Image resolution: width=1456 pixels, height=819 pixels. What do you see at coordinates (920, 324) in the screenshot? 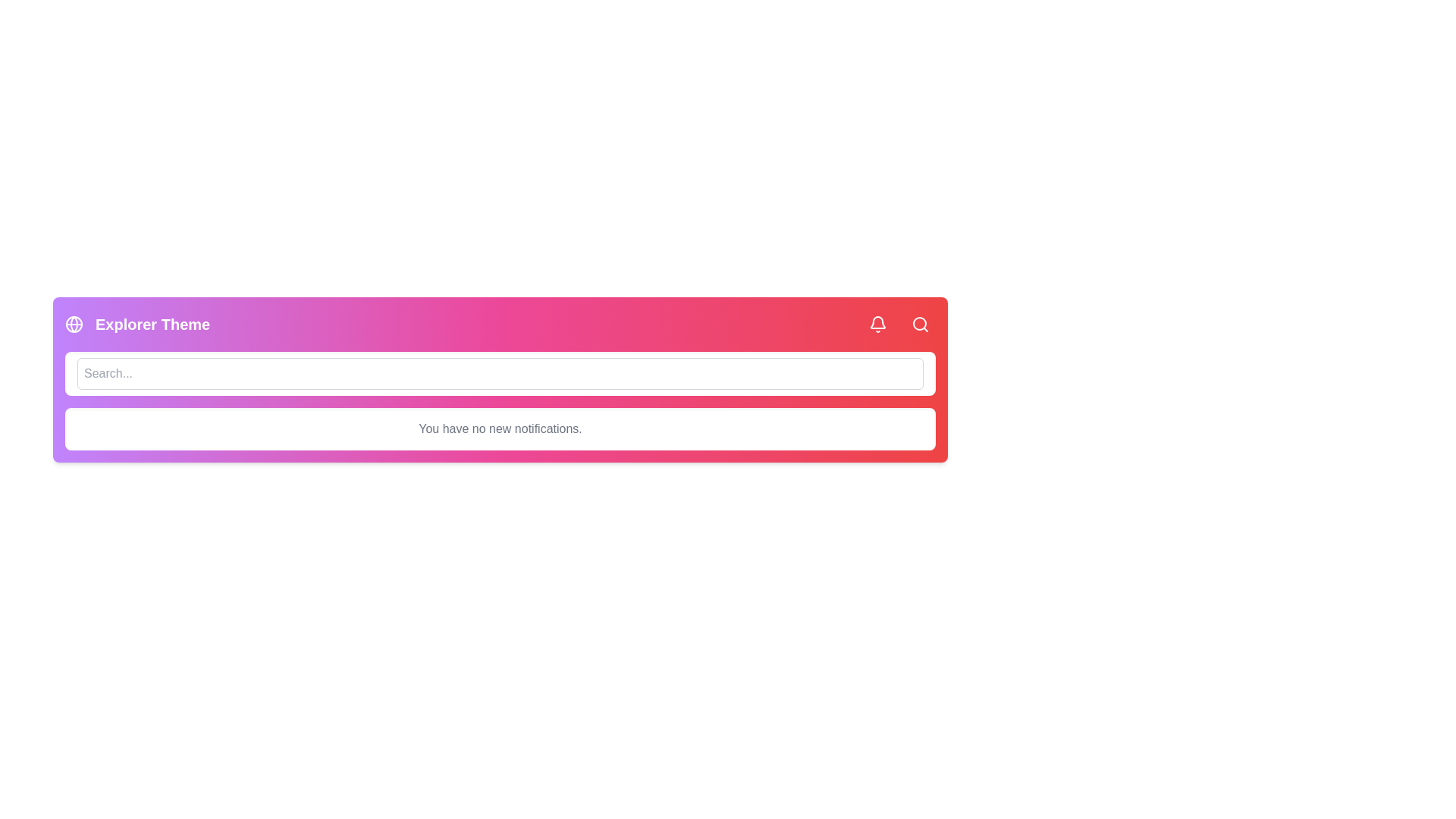
I see `the search button located in the top-right corner of the interface to initiate a search action` at bounding box center [920, 324].